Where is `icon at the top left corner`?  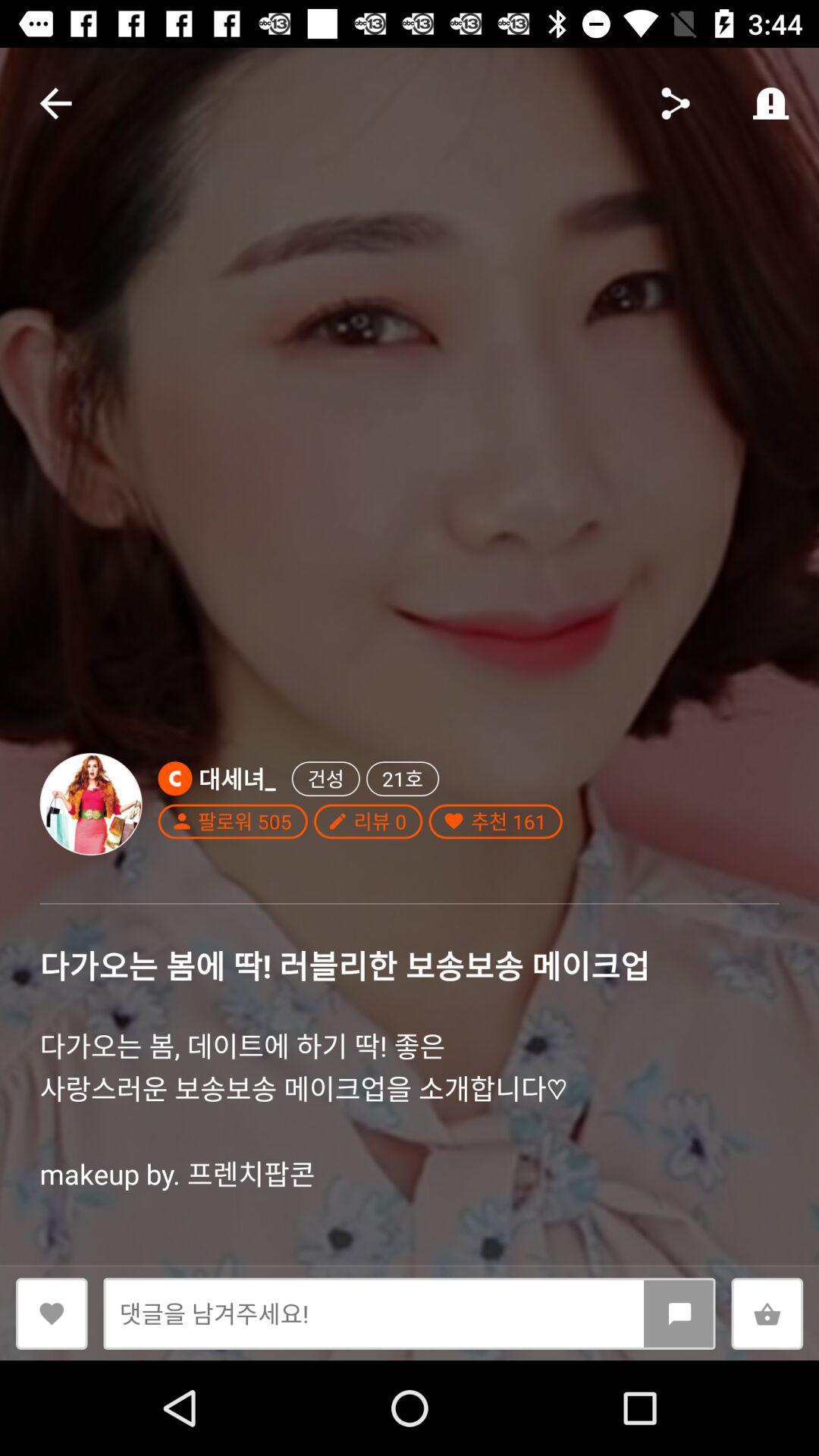 icon at the top left corner is located at coordinates (55, 102).